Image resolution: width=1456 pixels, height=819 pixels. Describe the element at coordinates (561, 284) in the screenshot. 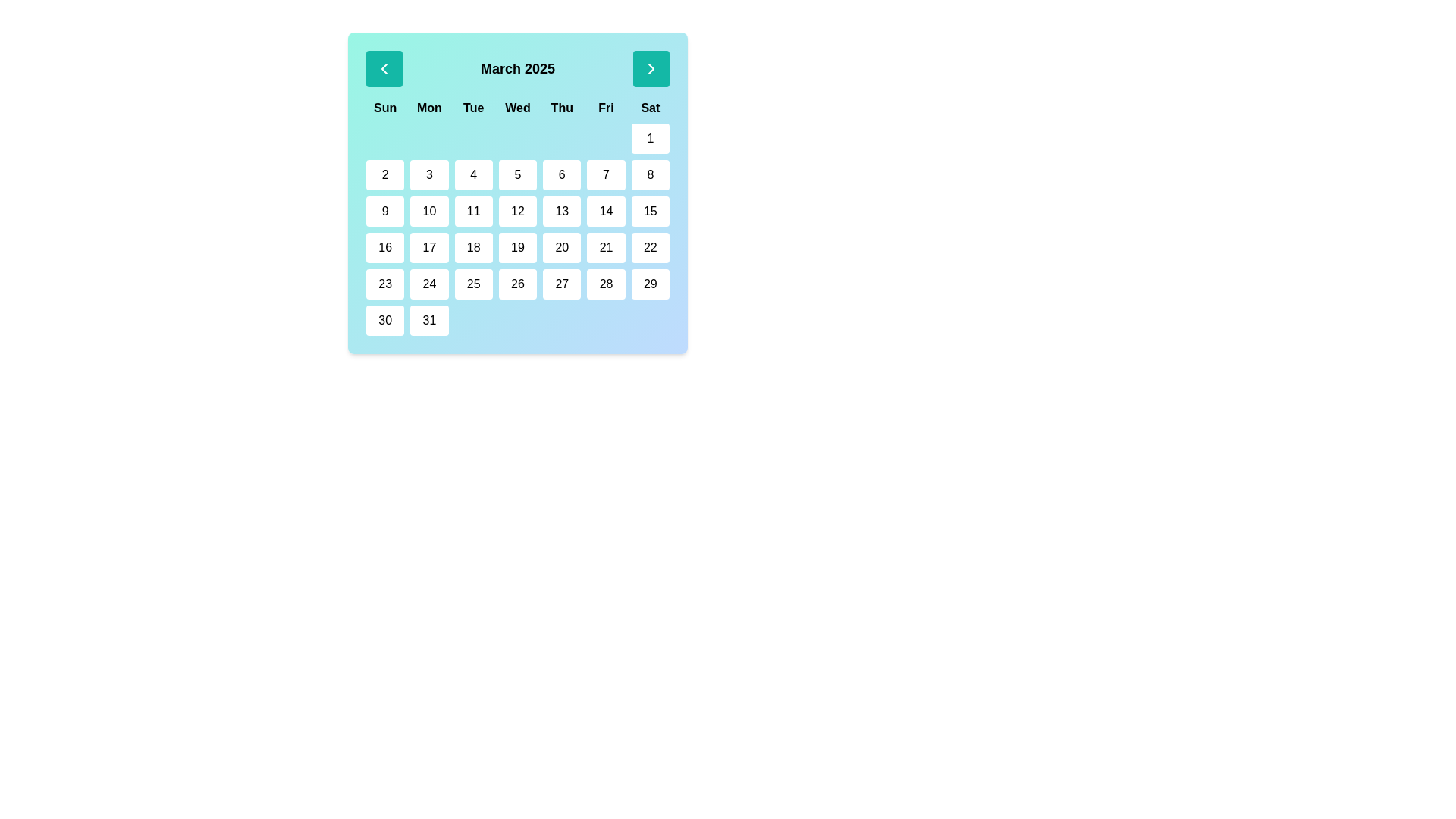

I see `the button representing the 27th day on the calendar` at that location.